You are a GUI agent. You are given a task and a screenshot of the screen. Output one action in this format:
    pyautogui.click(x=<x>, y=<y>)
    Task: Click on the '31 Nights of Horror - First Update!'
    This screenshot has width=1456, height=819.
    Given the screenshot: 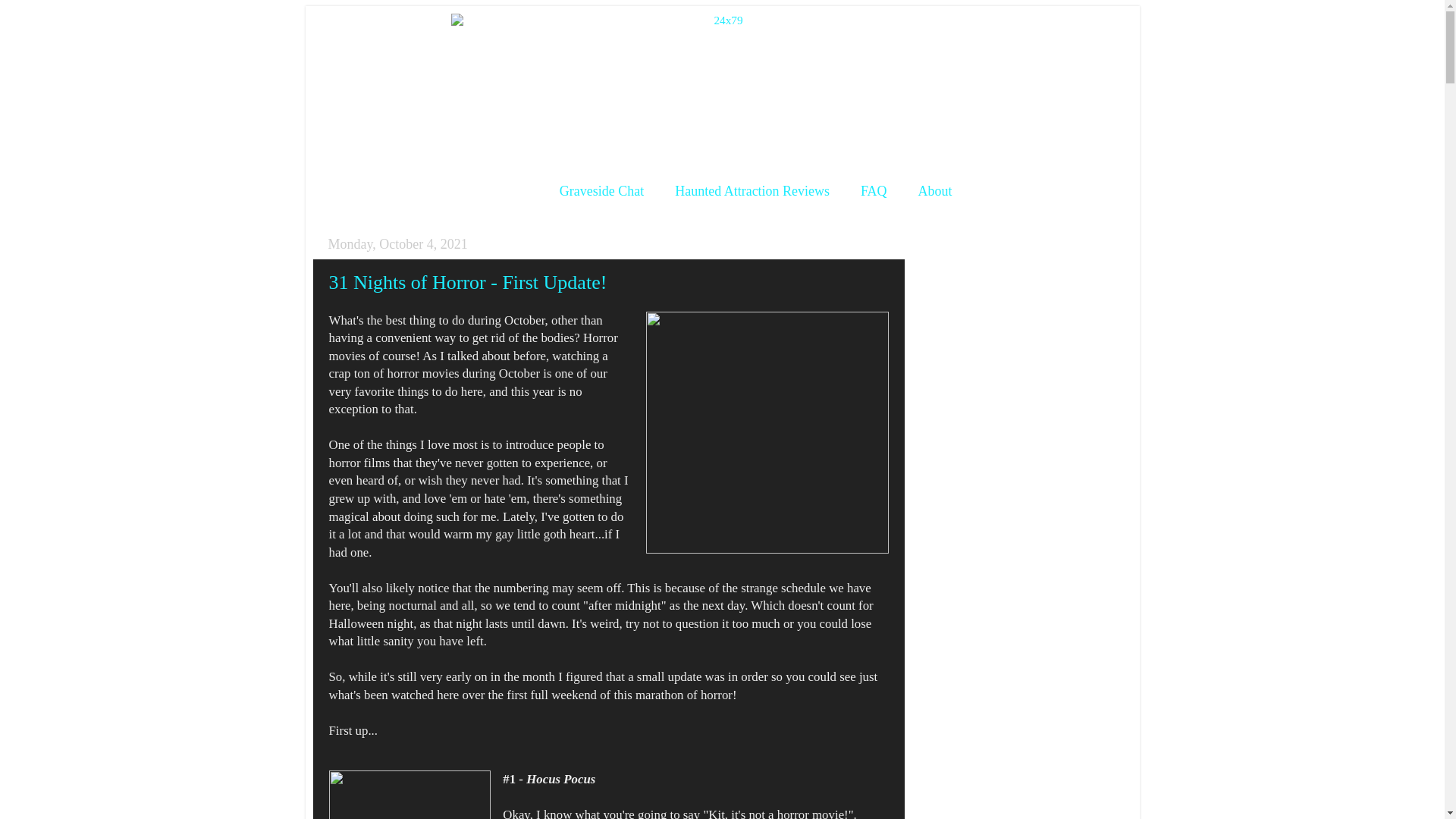 What is the action you would take?
    pyautogui.click(x=467, y=282)
    